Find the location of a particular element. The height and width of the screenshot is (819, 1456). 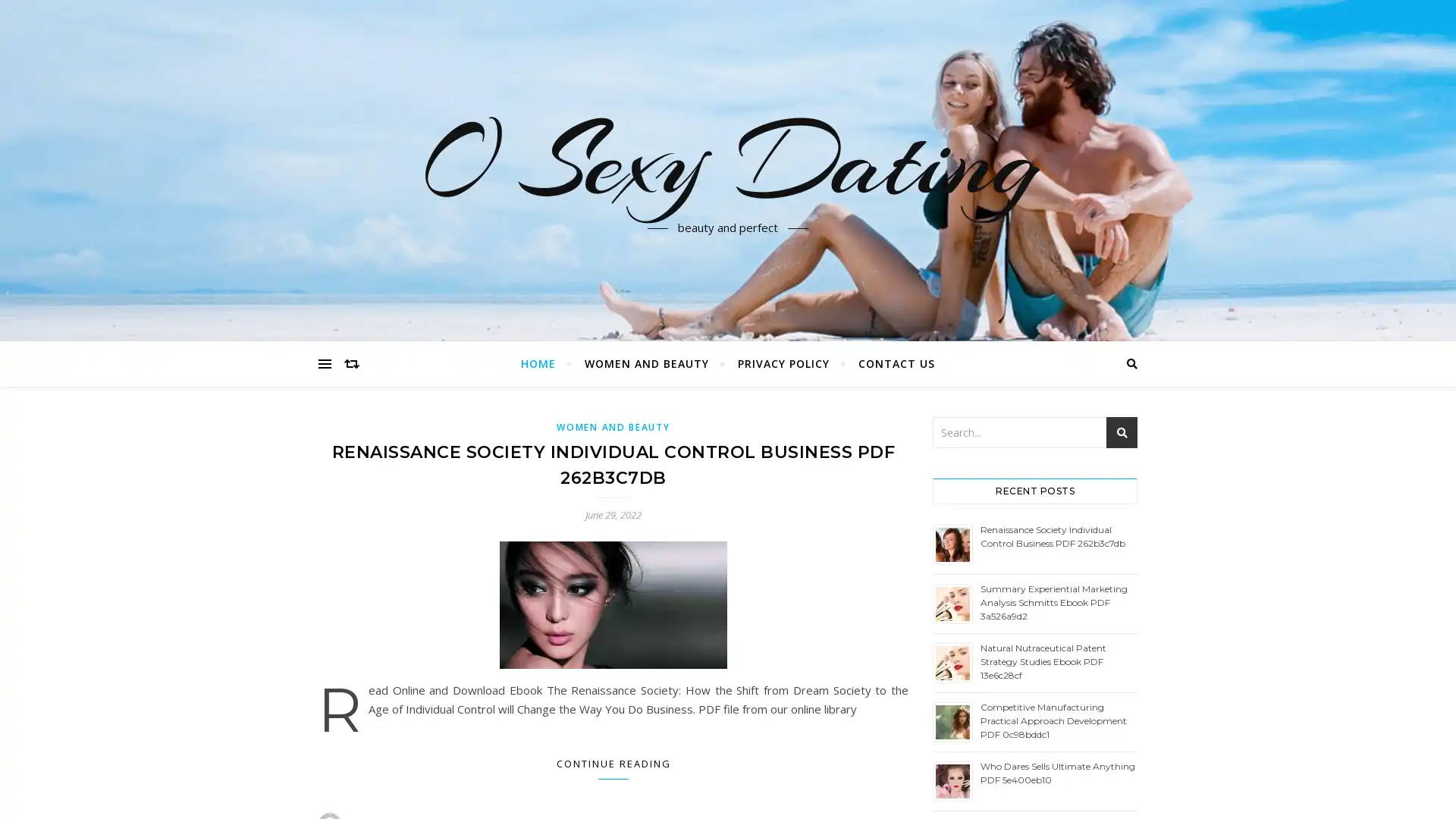

st is located at coordinates (1122, 432).